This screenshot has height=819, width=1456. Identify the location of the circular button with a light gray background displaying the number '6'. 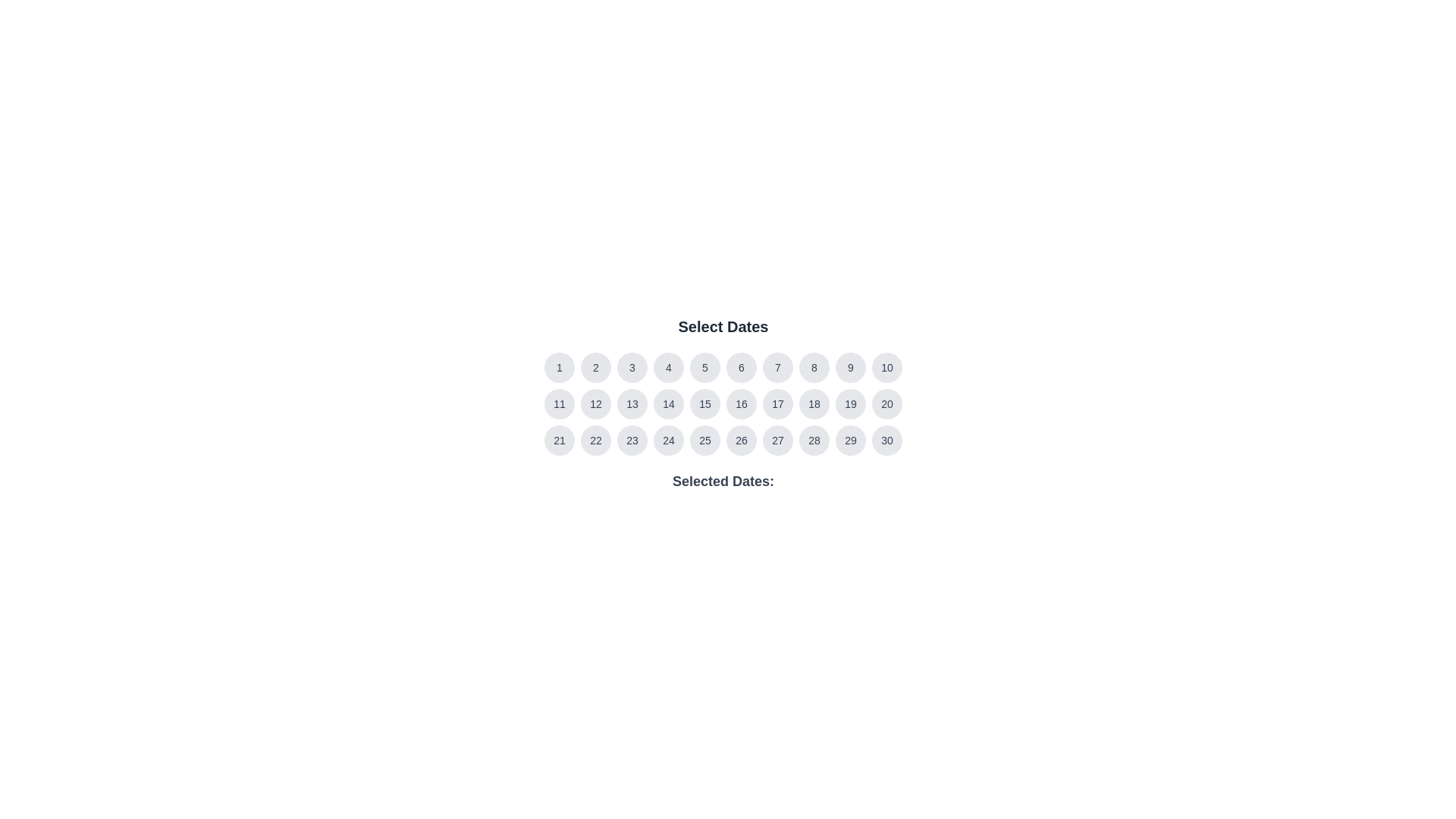
(742, 368).